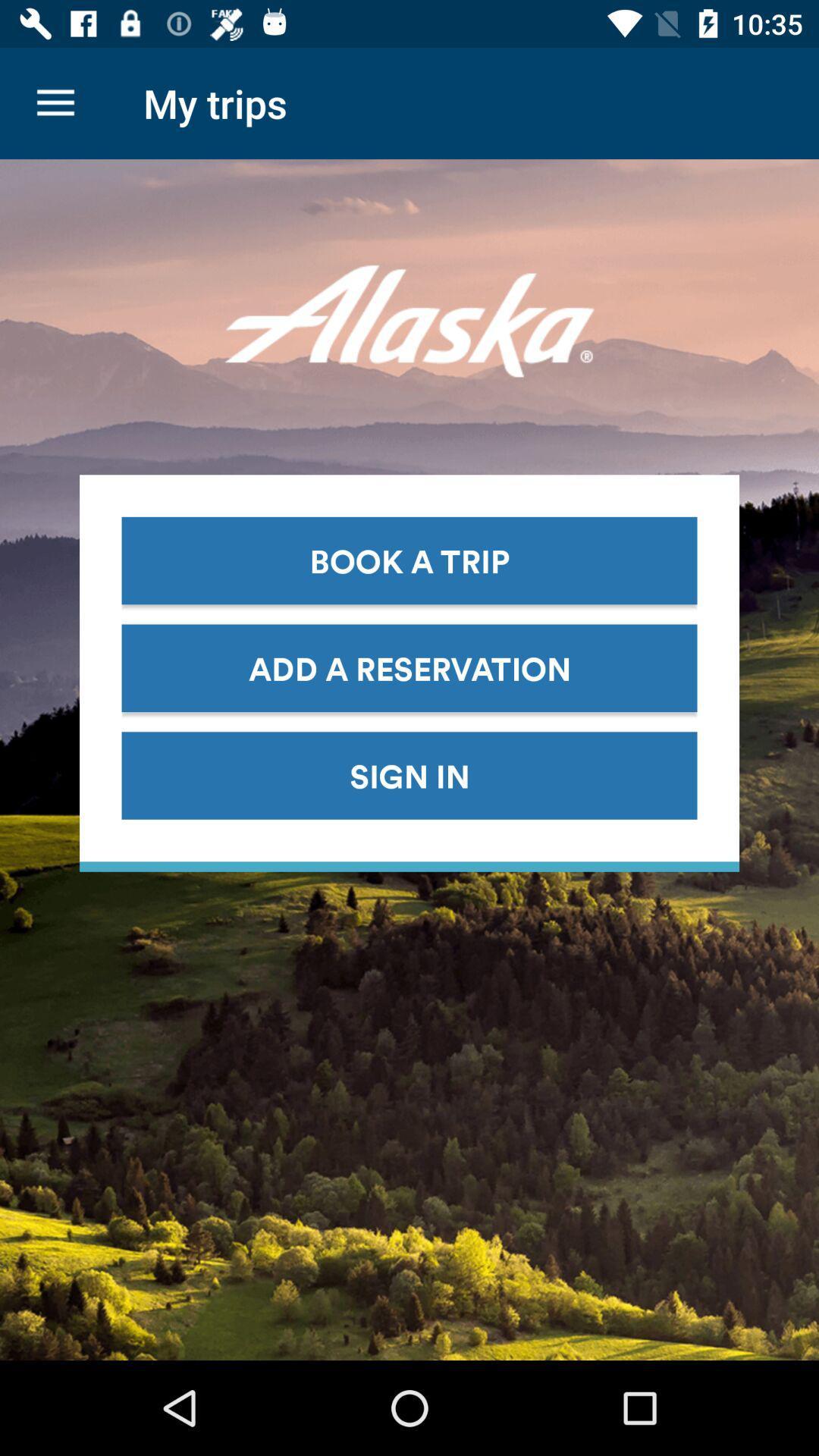  I want to click on icon above sign in, so click(409, 667).